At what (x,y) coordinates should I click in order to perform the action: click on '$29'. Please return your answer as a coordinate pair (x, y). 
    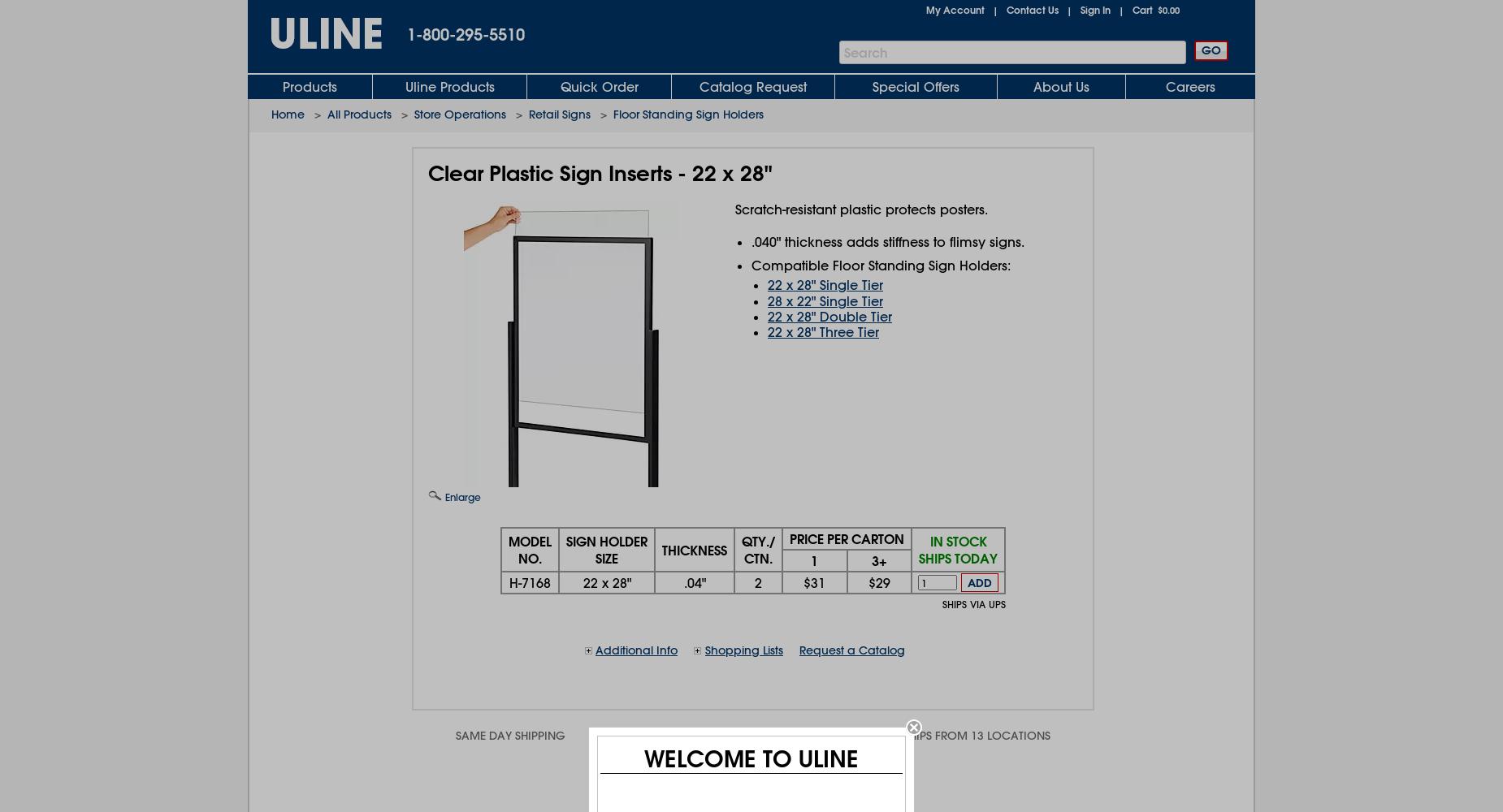
    Looking at the image, I should click on (867, 581).